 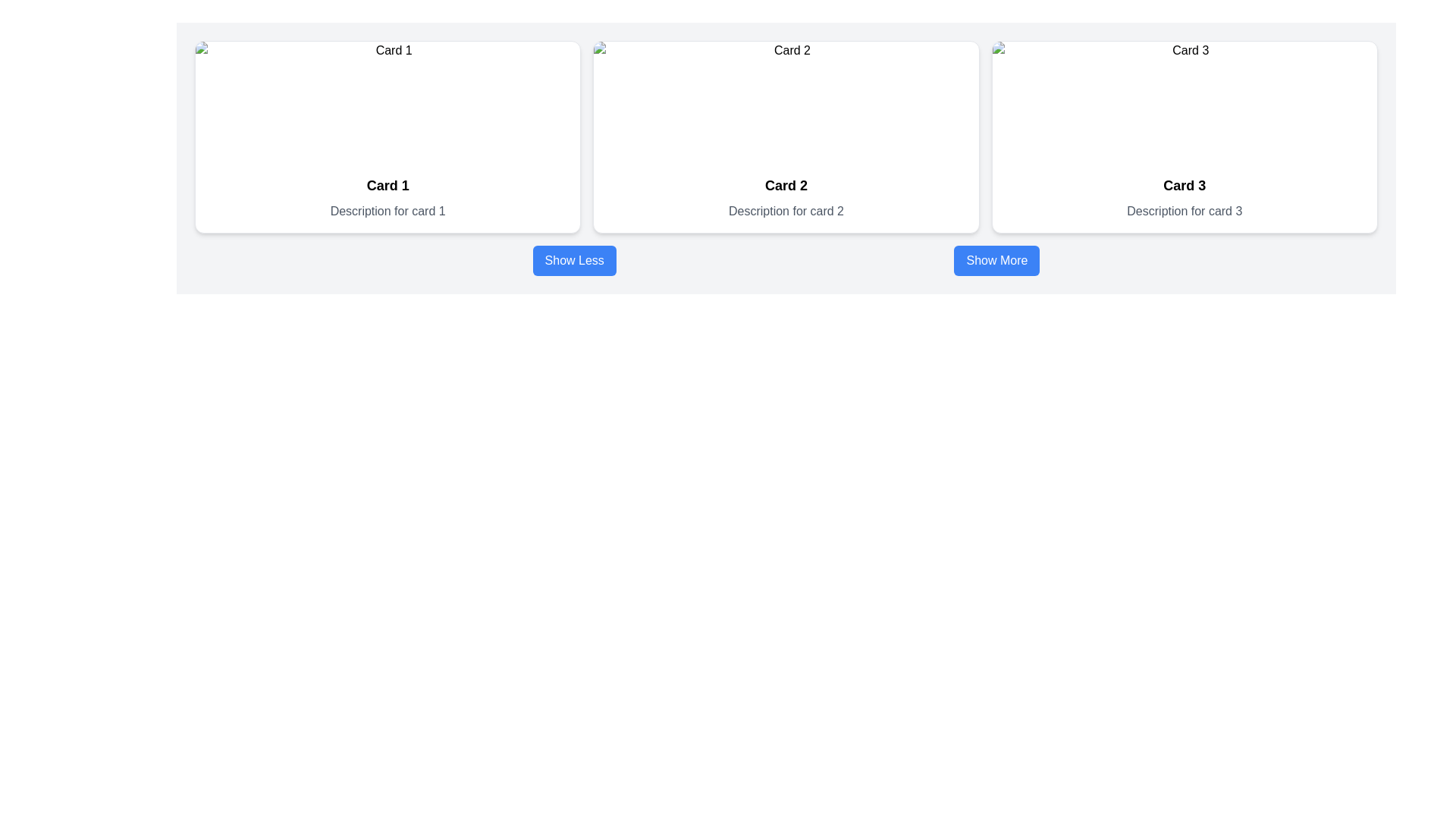 What do you see at coordinates (786, 197) in the screenshot?
I see `the text display element titled 'Card 2' which contains the subtitle 'Description for card 2' and is positioned beneath an image in the center card of a series of three horizontally aligned cards` at bounding box center [786, 197].